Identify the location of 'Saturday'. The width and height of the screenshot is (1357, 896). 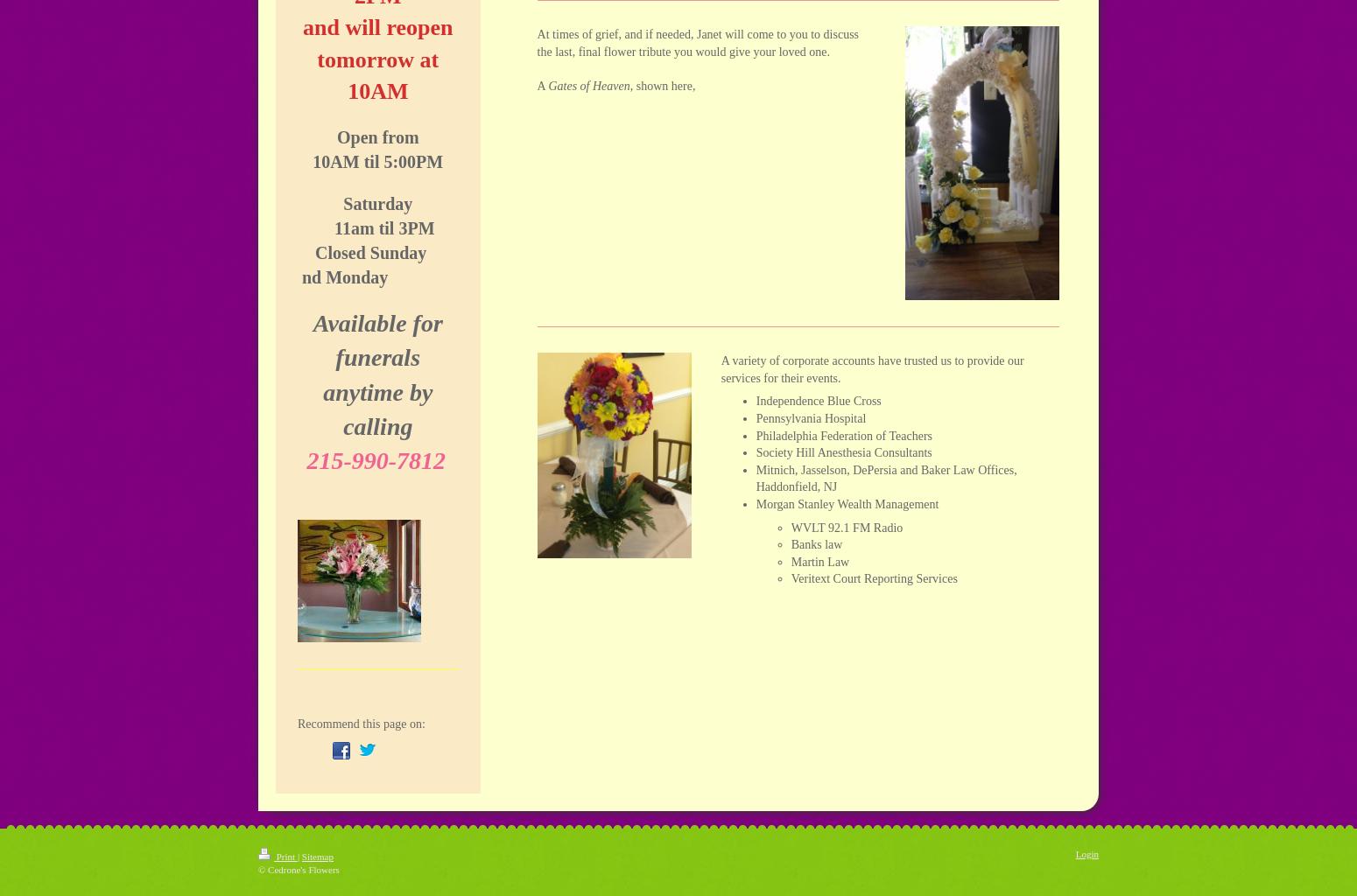
(377, 202).